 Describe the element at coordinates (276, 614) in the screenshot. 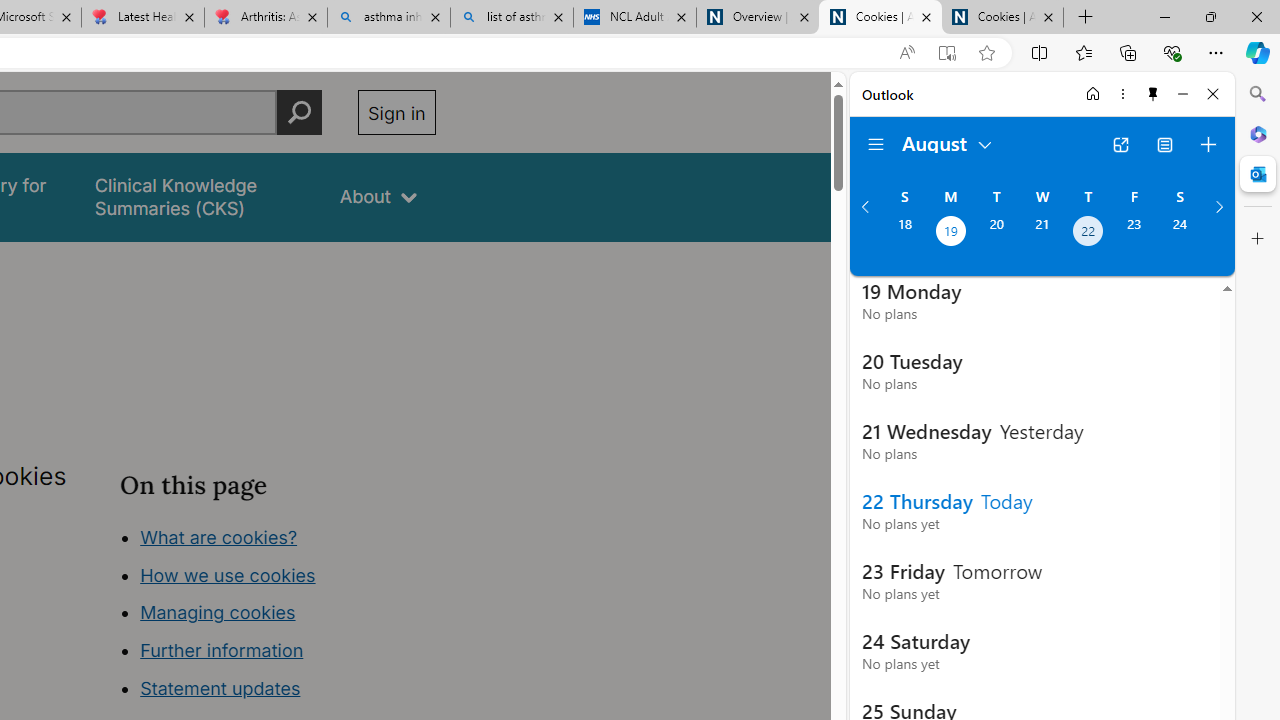

I see `'Class: in-page-nav__list'` at that location.